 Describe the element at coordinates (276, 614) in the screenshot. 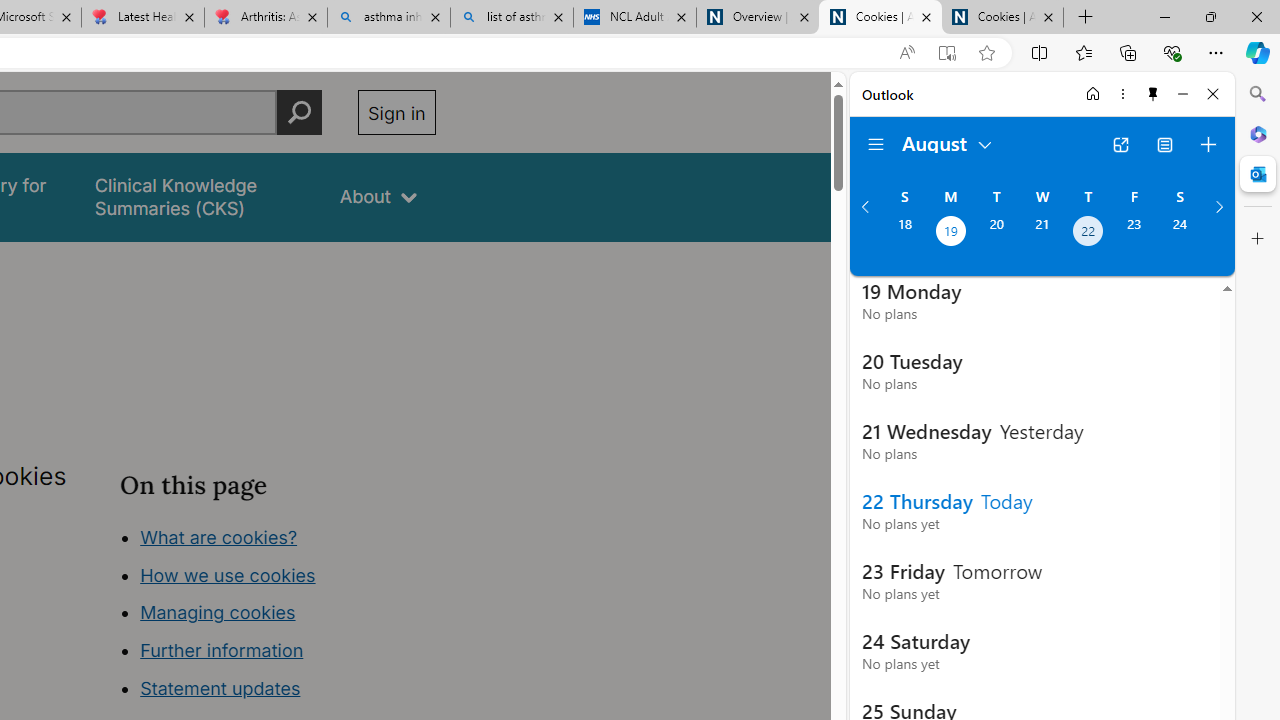

I see `'Class: in-page-nav__list'` at that location.